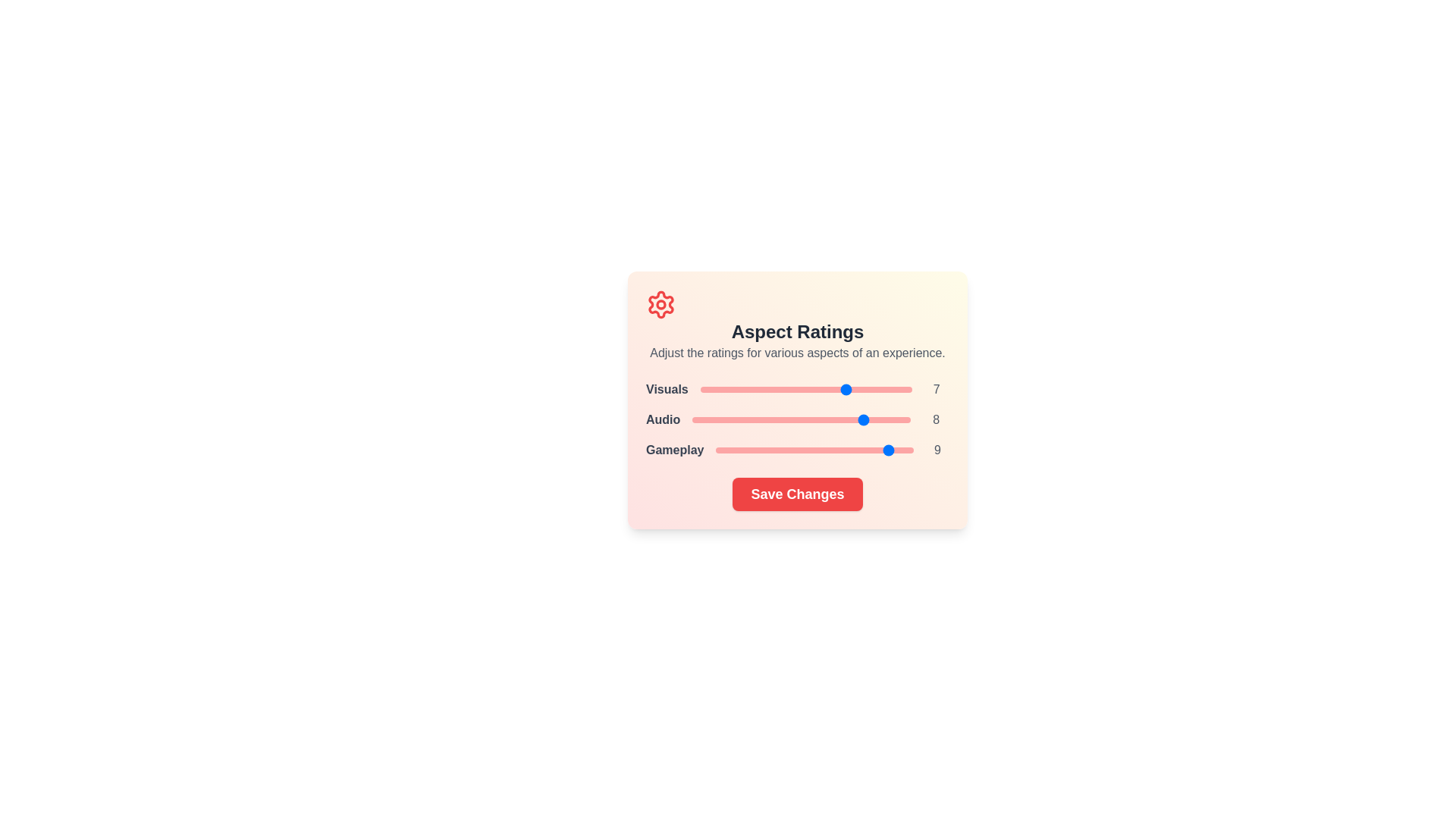 This screenshot has width=1456, height=819. What do you see at coordinates (796, 494) in the screenshot?
I see `the 'Save Changes' button` at bounding box center [796, 494].